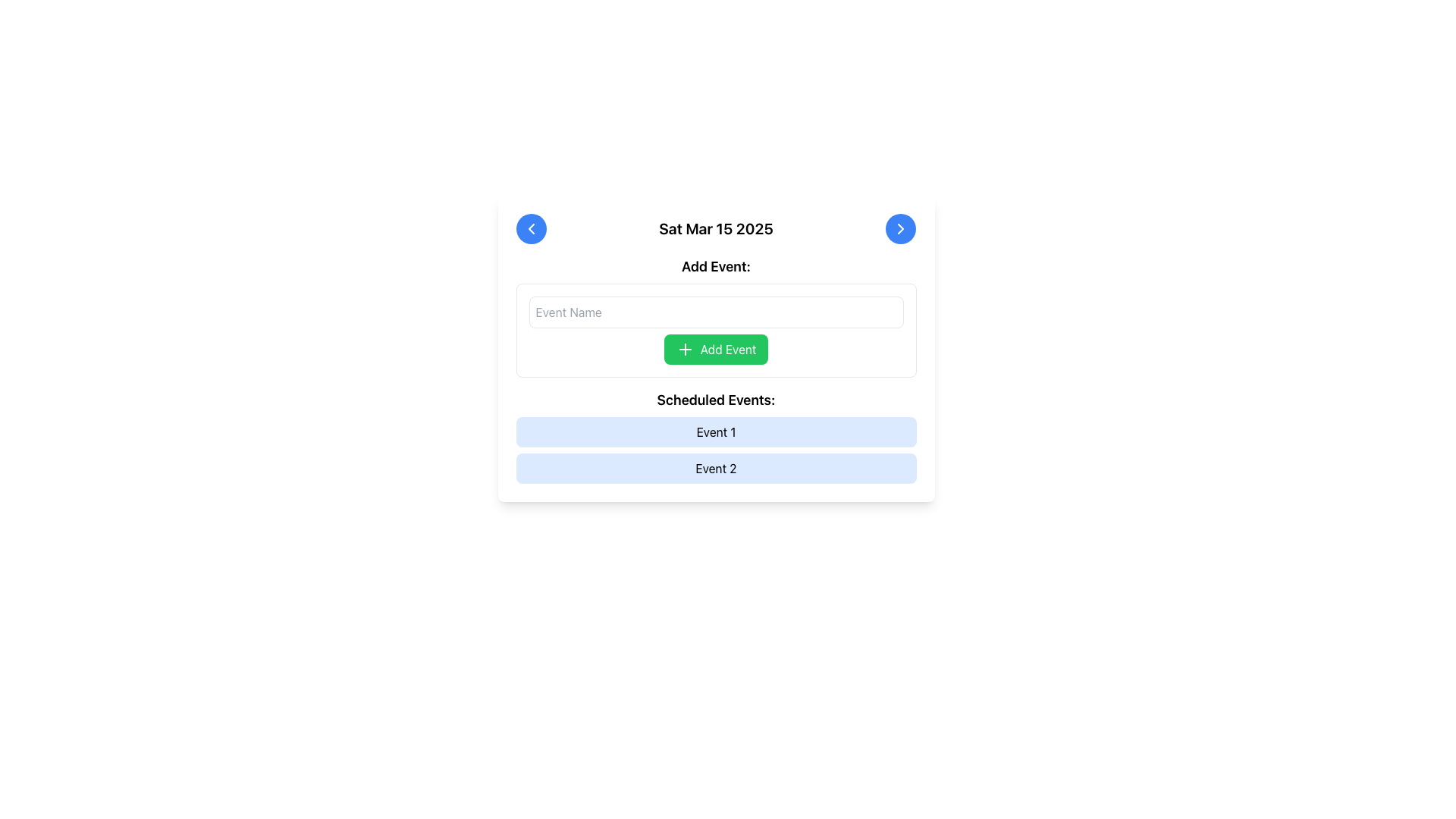 The height and width of the screenshot is (819, 1456). What do you see at coordinates (901, 228) in the screenshot?
I see `the circular blue button with a white right-pointing chevron icon located next to the text 'Sat Mar 15 2025' in the header section` at bounding box center [901, 228].